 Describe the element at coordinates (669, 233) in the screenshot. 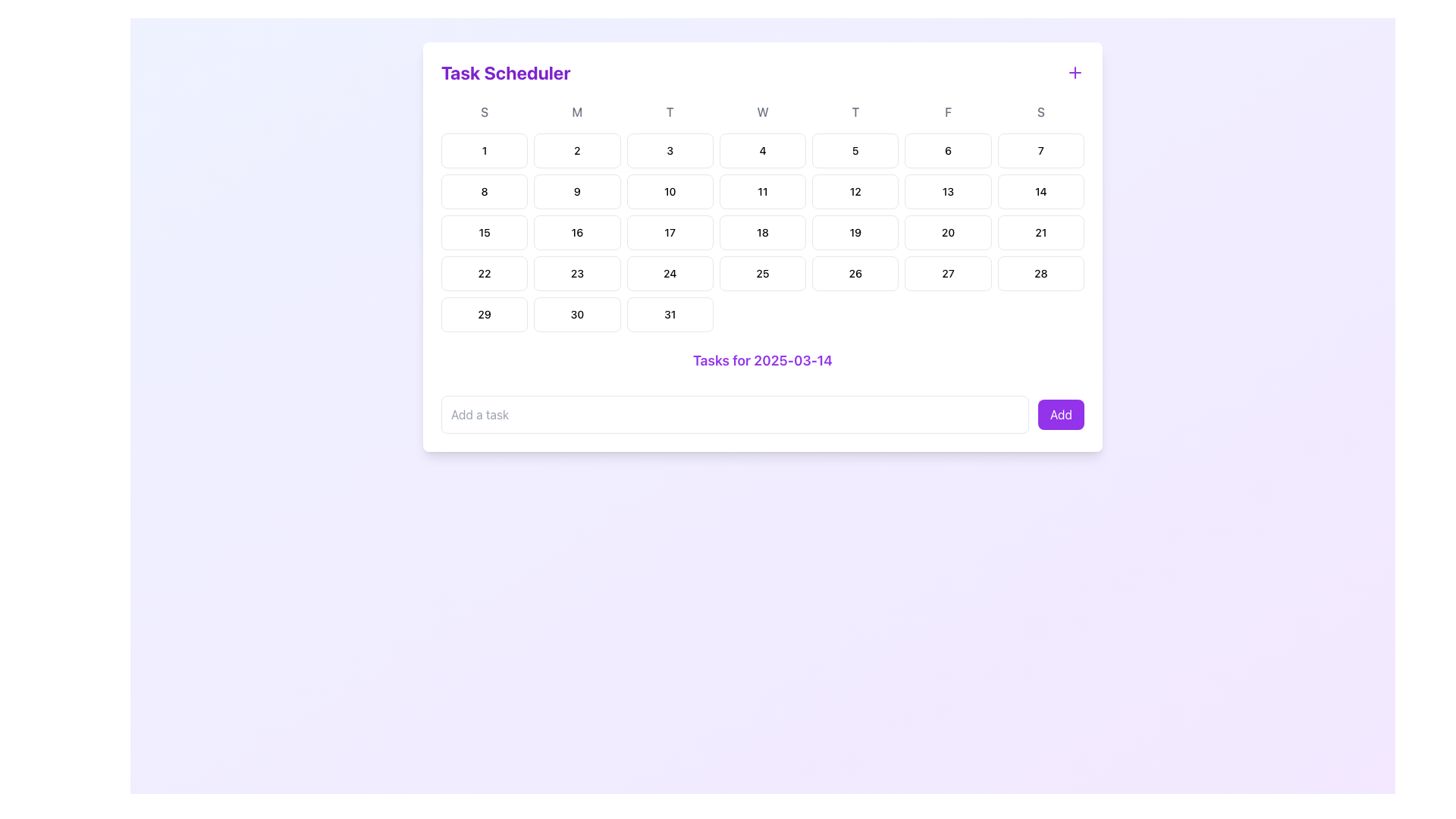

I see `the selectable calendar cell located` at that location.